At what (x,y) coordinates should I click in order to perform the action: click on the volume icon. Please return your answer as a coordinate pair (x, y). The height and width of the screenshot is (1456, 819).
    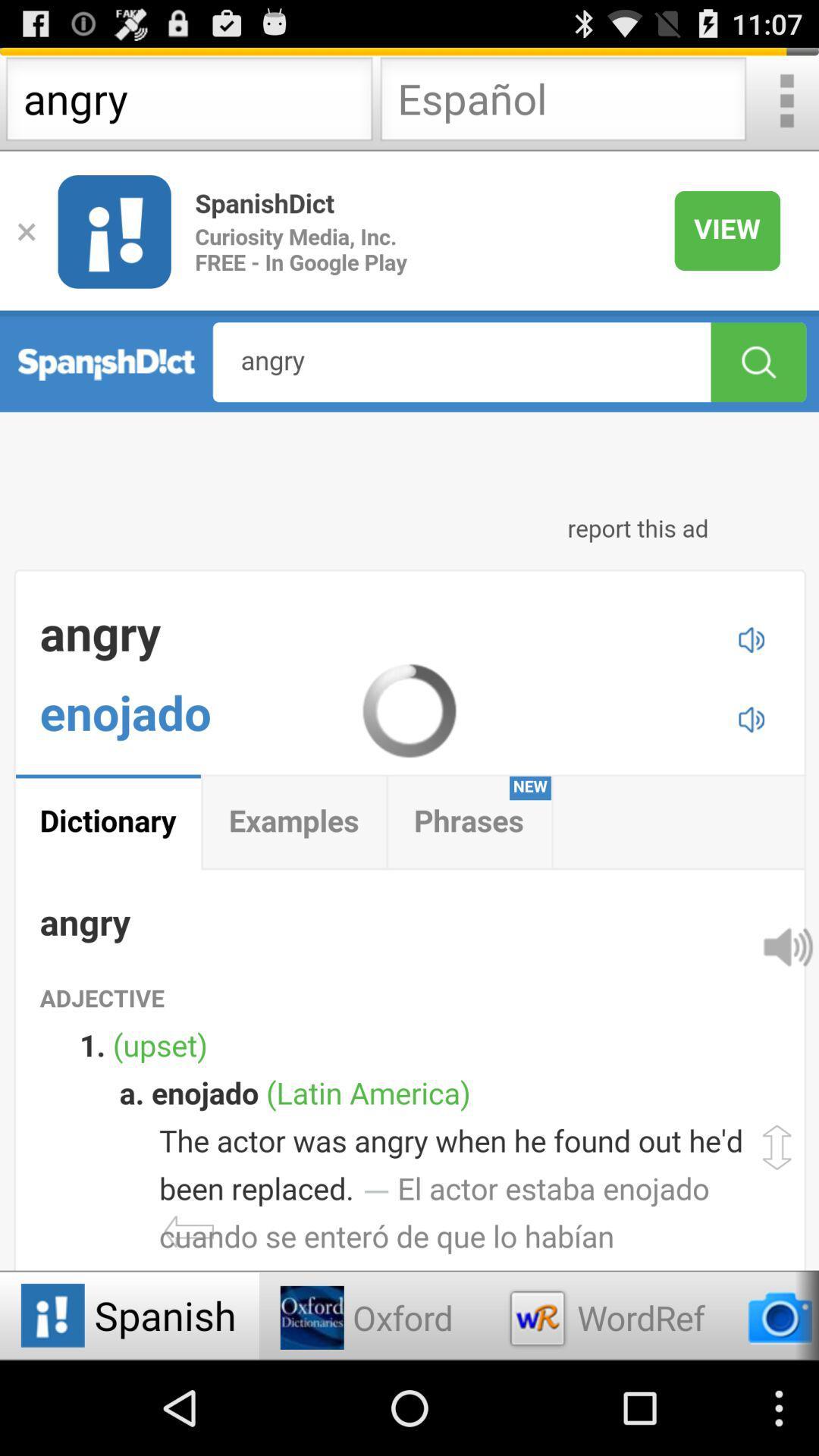
    Looking at the image, I should click on (786, 1012).